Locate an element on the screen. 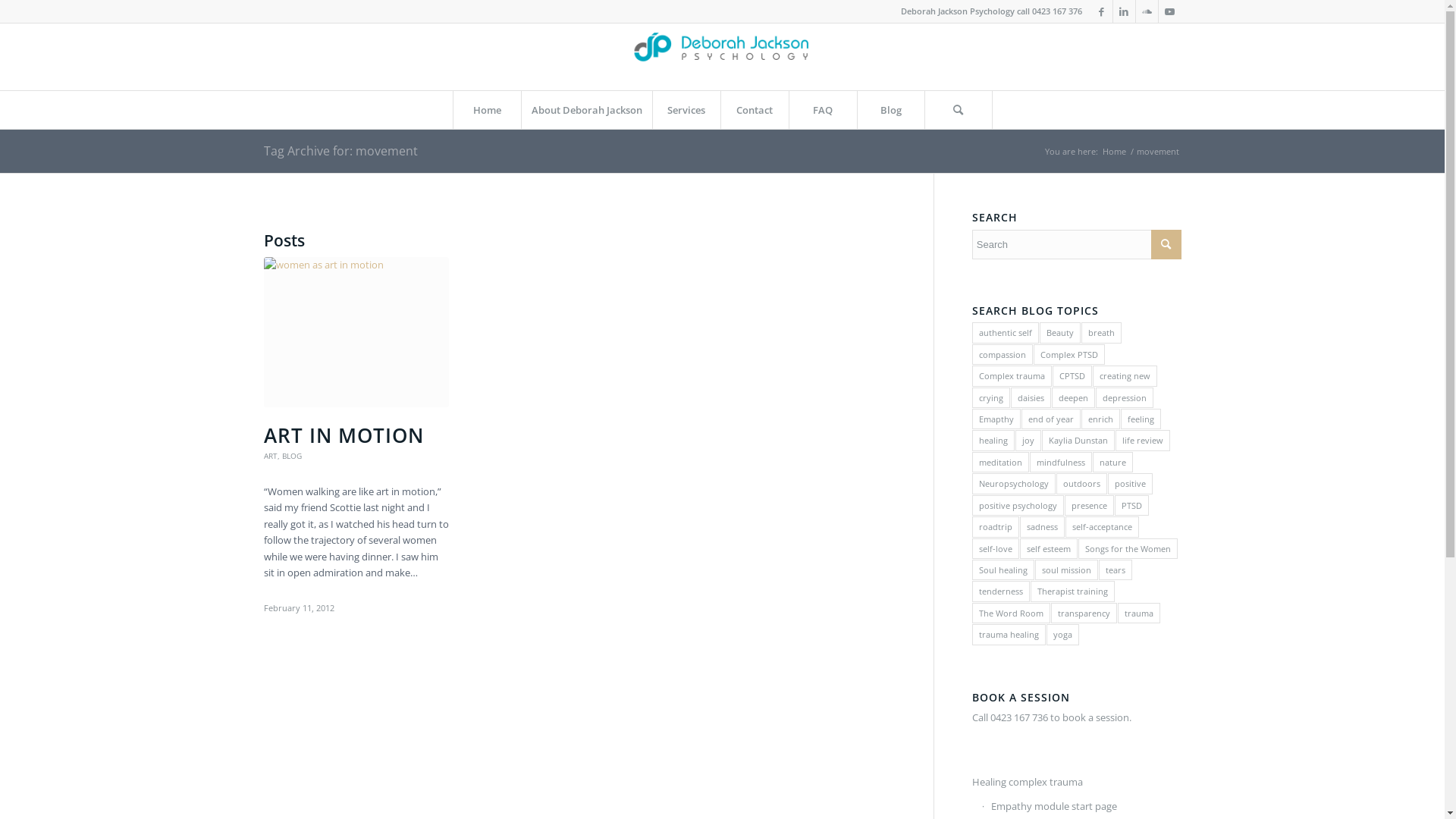 The width and height of the screenshot is (1456, 819). 'life review' is located at coordinates (1143, 440).